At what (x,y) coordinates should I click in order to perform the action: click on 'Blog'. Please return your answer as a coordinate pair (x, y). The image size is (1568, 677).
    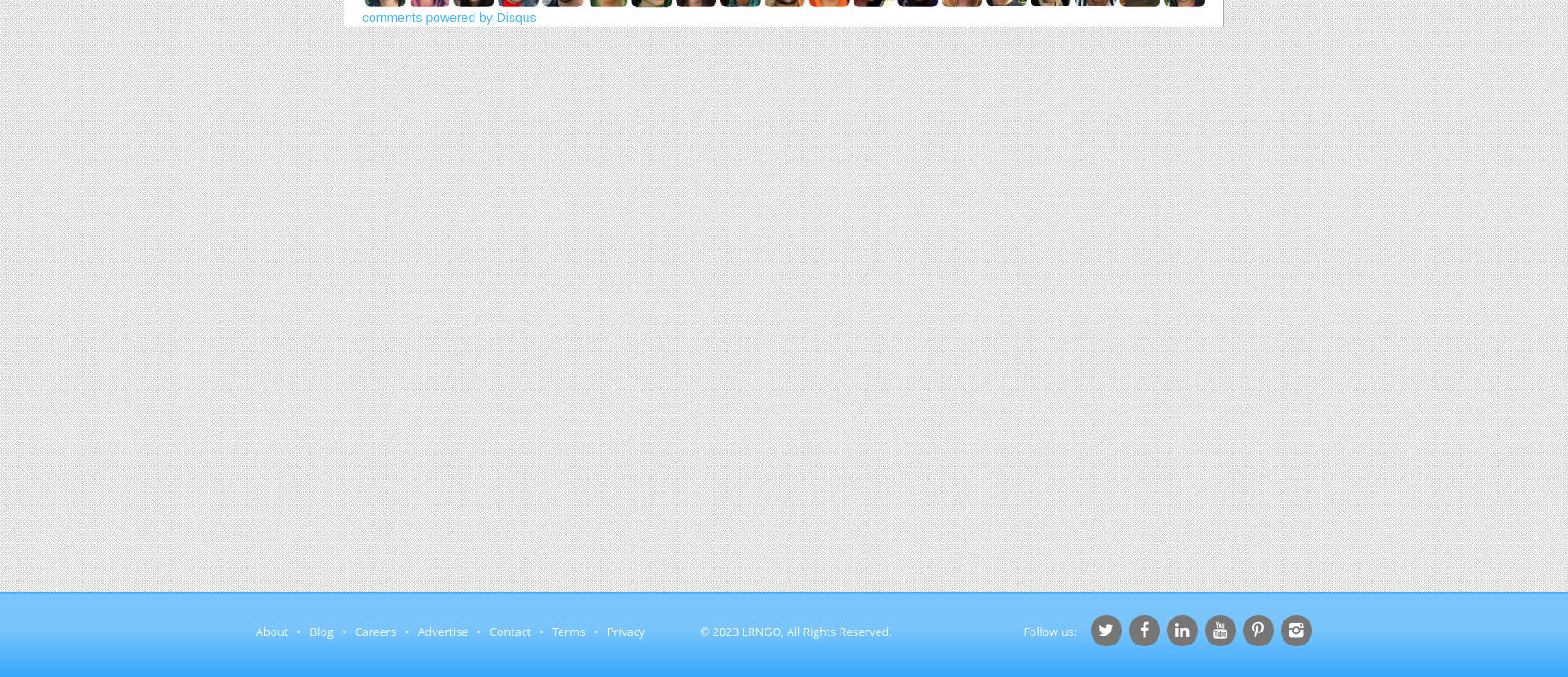
    Looking at the image, I should click on (320, 632).